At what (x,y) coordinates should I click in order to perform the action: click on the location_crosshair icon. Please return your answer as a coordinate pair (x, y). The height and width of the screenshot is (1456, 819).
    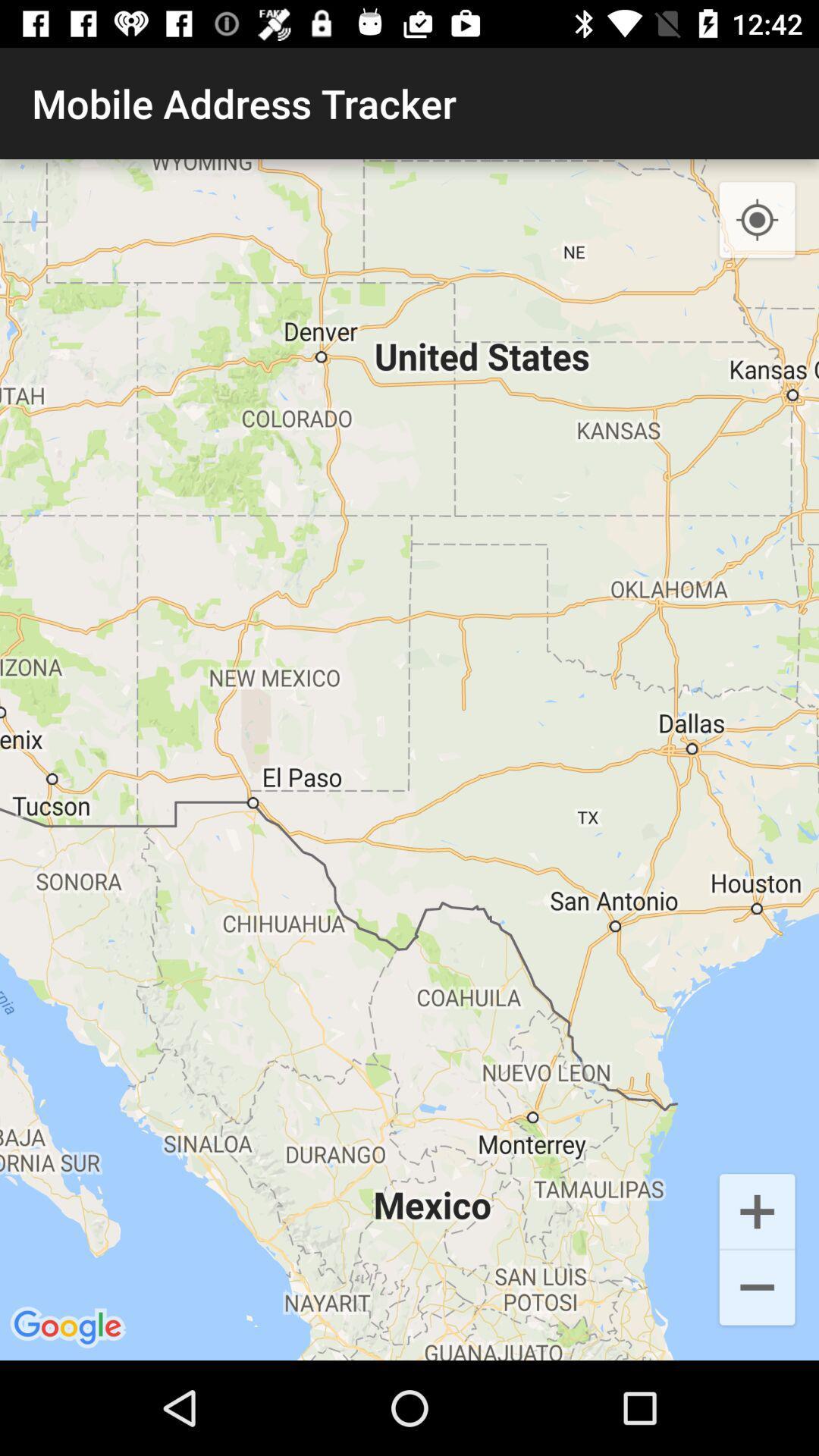
    Looking at the image, I should click on (757, 220).